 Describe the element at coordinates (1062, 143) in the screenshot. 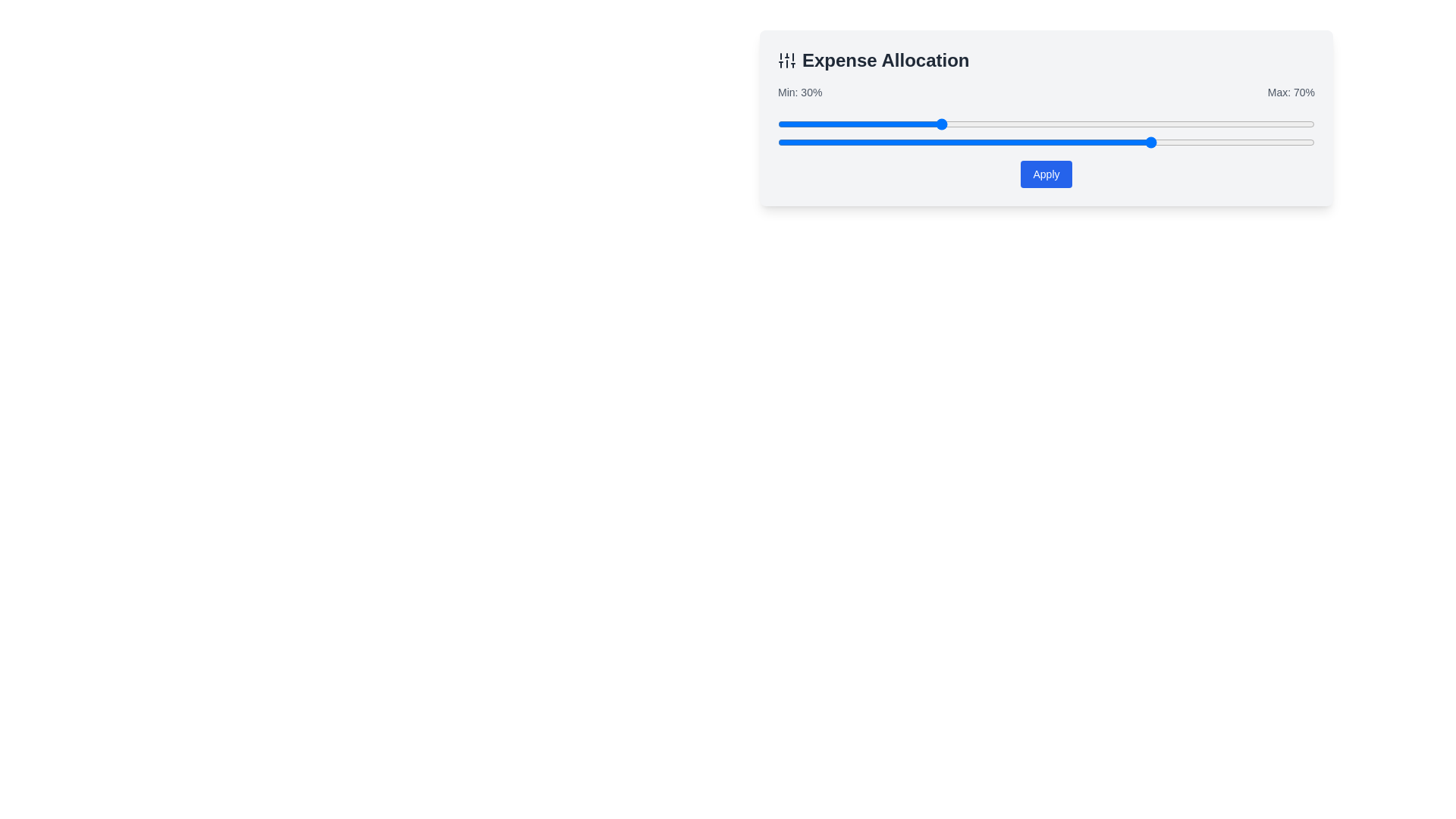

I see `the slider's value` at that location.